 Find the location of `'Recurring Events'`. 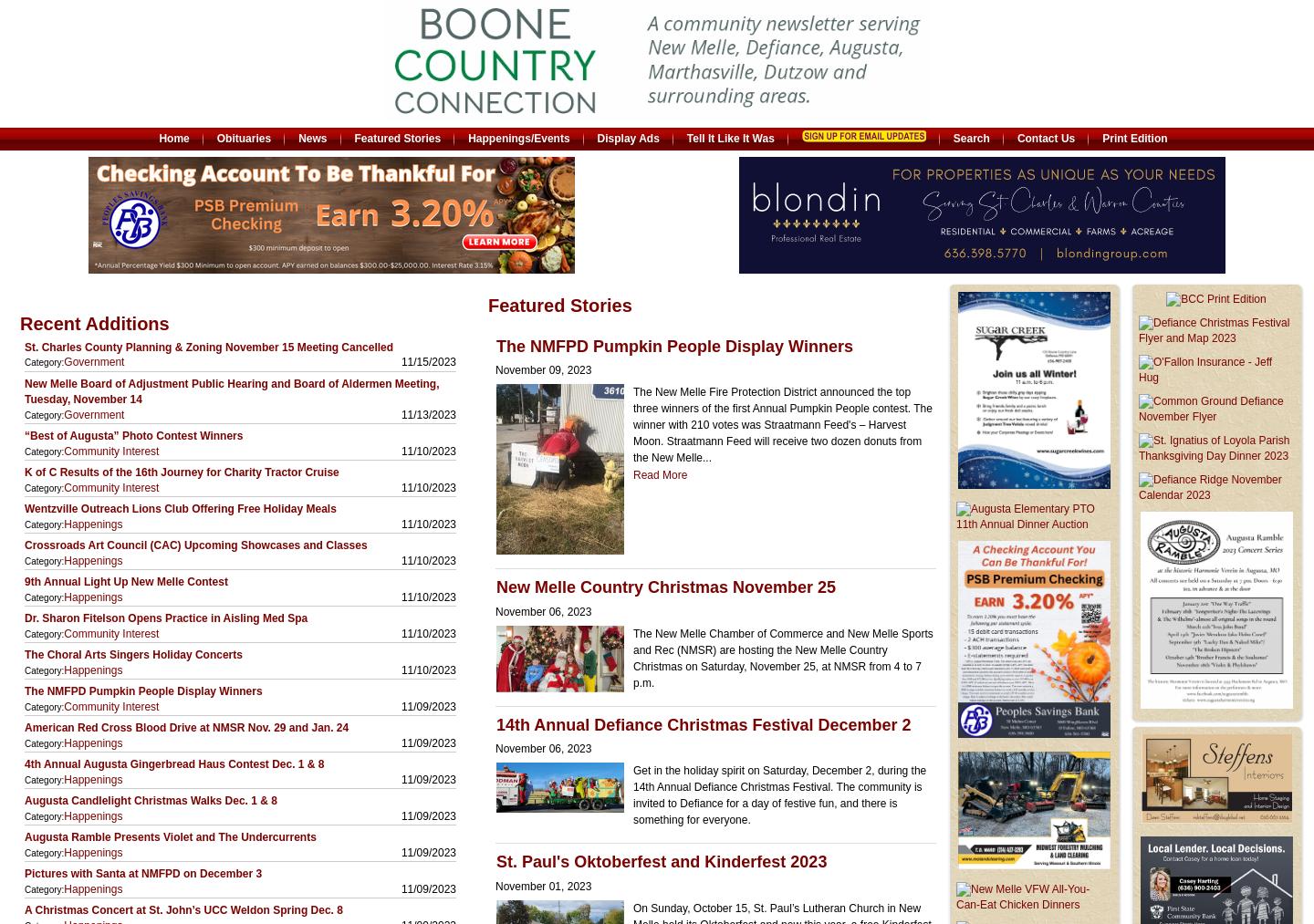

'Recurring Events' is located at coordinates (505, 181).